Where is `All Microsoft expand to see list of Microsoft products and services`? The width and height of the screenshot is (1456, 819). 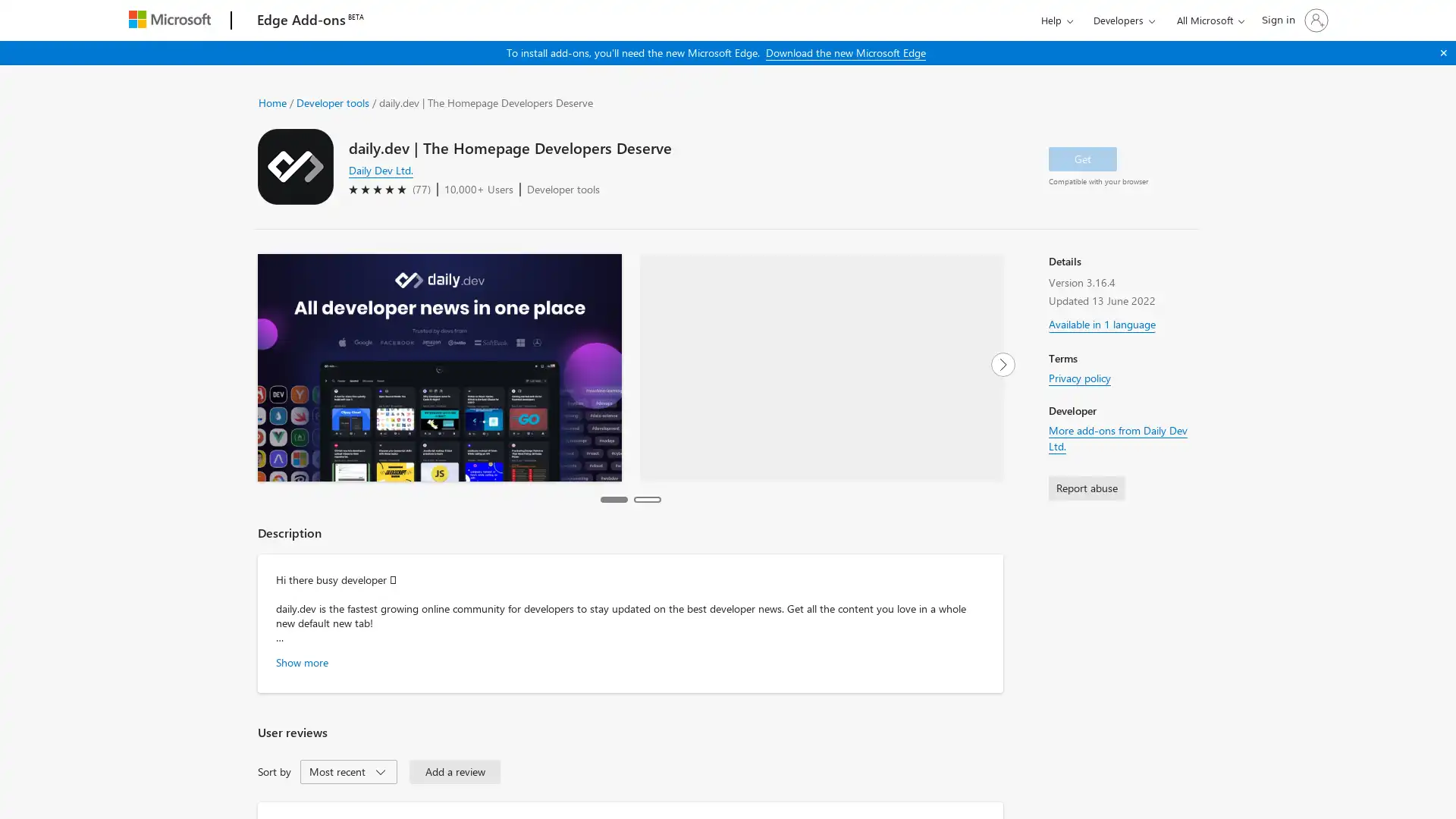
All Microsoft expand to see list of Microsoft products and services is located at coordinates (1207, 20).